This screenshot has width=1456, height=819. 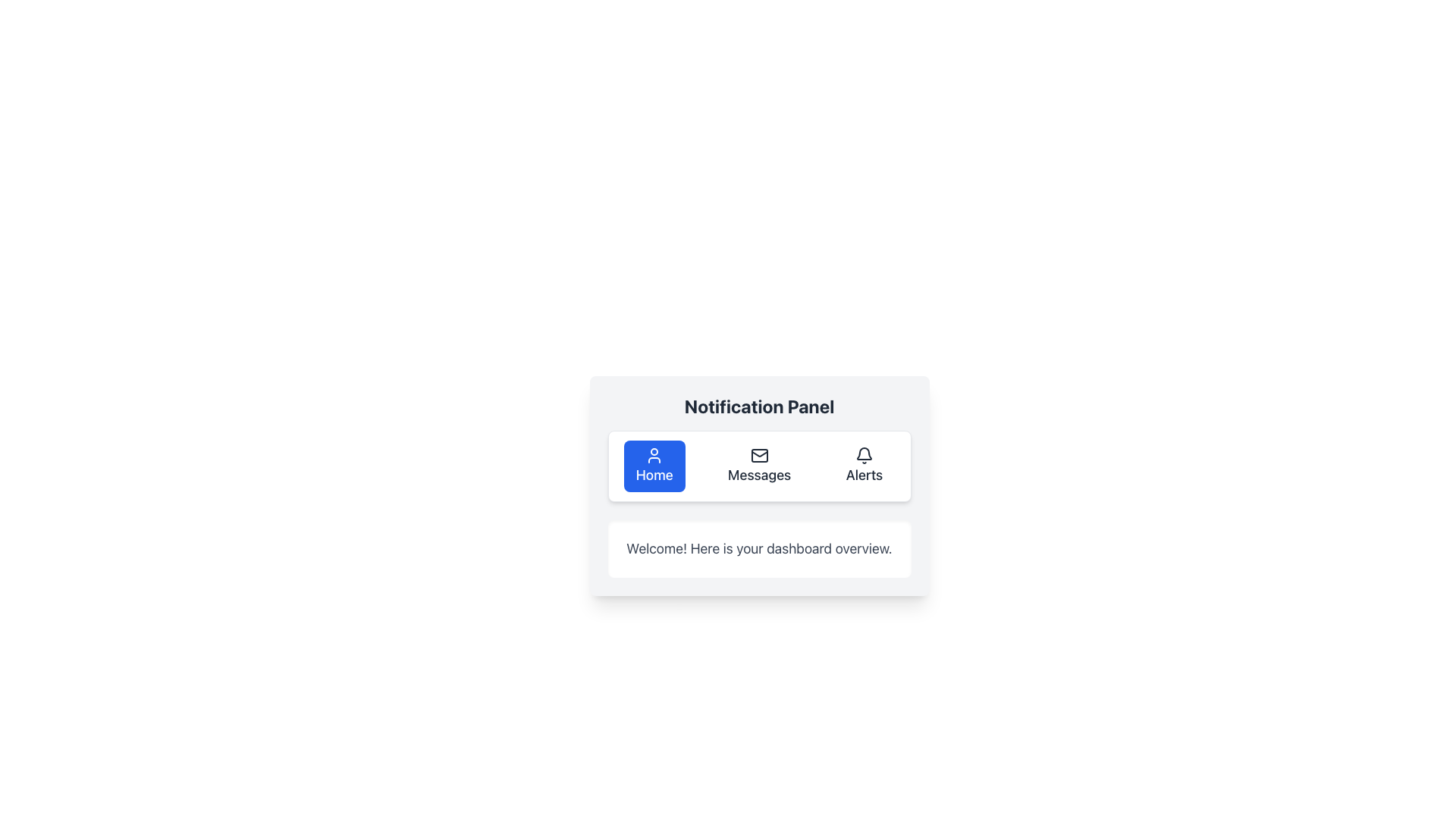 What do you see at coordinates (759, 549) in the screenshot?
I see `the static text block displaying 'Welcome! Here is your dashboard overview.' which is located below the navigation panel of Home, Messages, and Alerts` at bounding box center [759, 549].